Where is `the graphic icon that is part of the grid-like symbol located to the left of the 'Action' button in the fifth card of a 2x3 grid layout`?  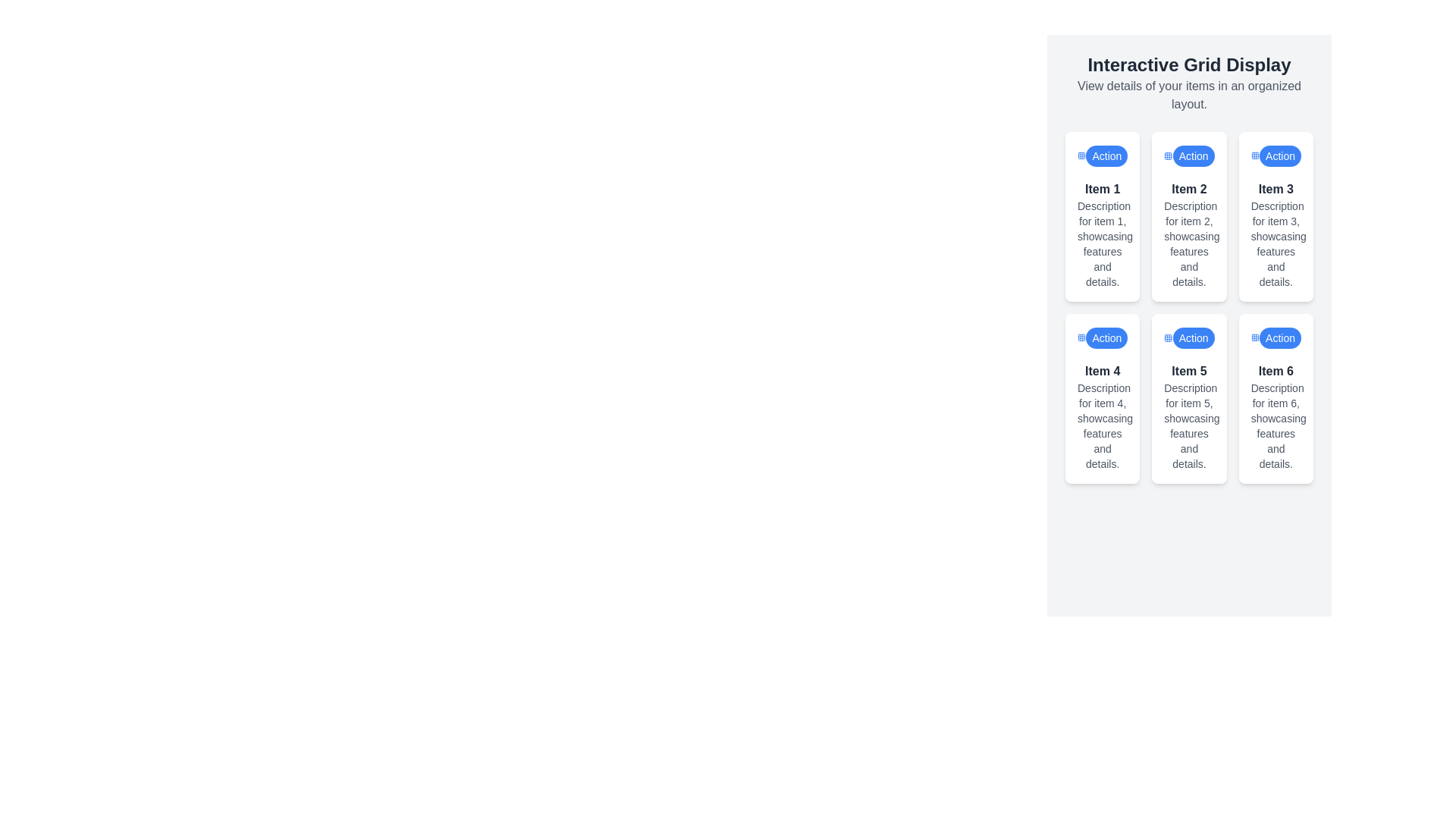
the graphic icon that is part of the grid-like symbol located to the left of the 'Action' button in the fifth card of a 2x3 grid layout is located at coordinates (1167, 337).